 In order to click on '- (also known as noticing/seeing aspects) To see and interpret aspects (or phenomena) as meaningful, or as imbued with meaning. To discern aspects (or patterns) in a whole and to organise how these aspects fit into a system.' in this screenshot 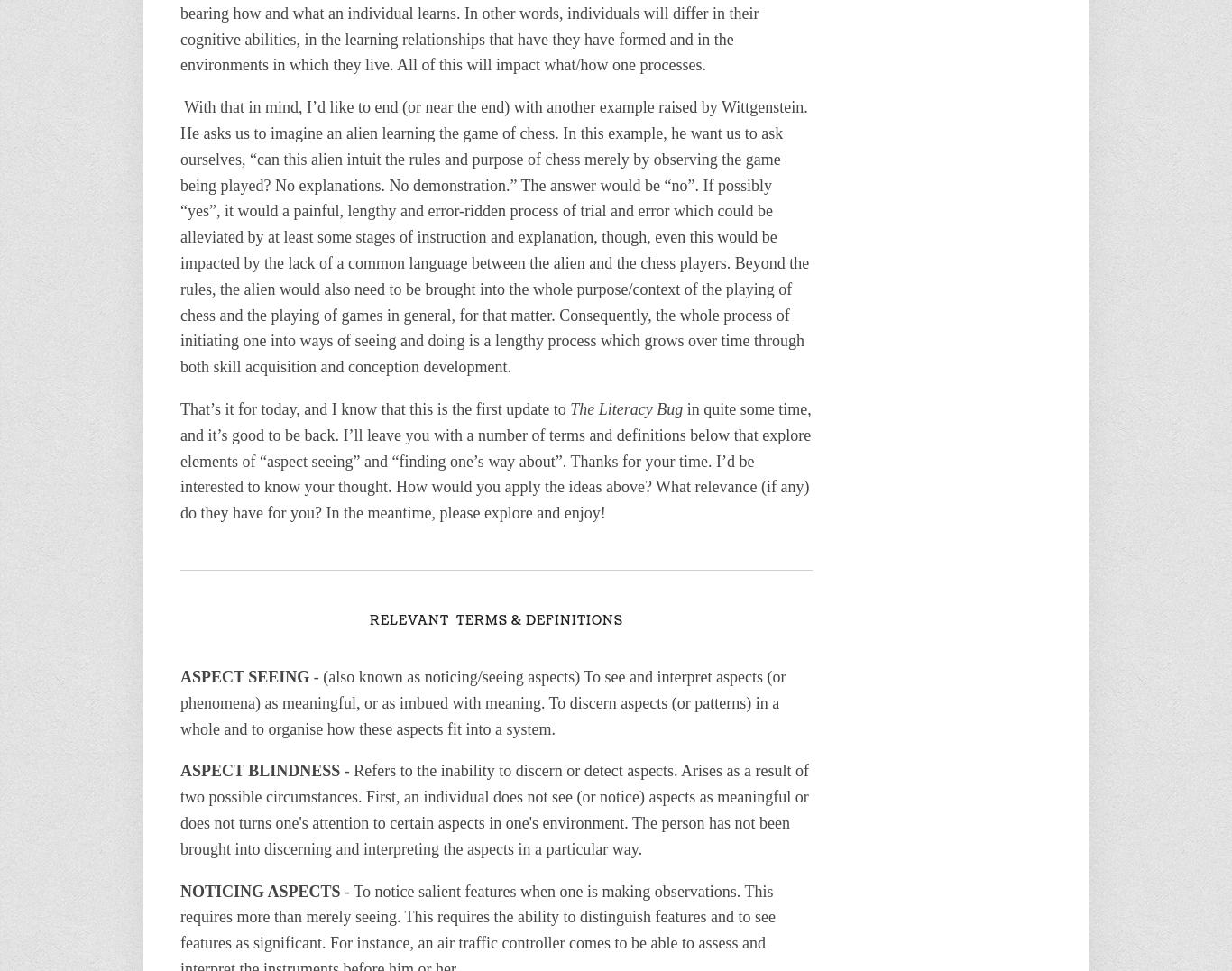, I will do `click(484, 701)`.